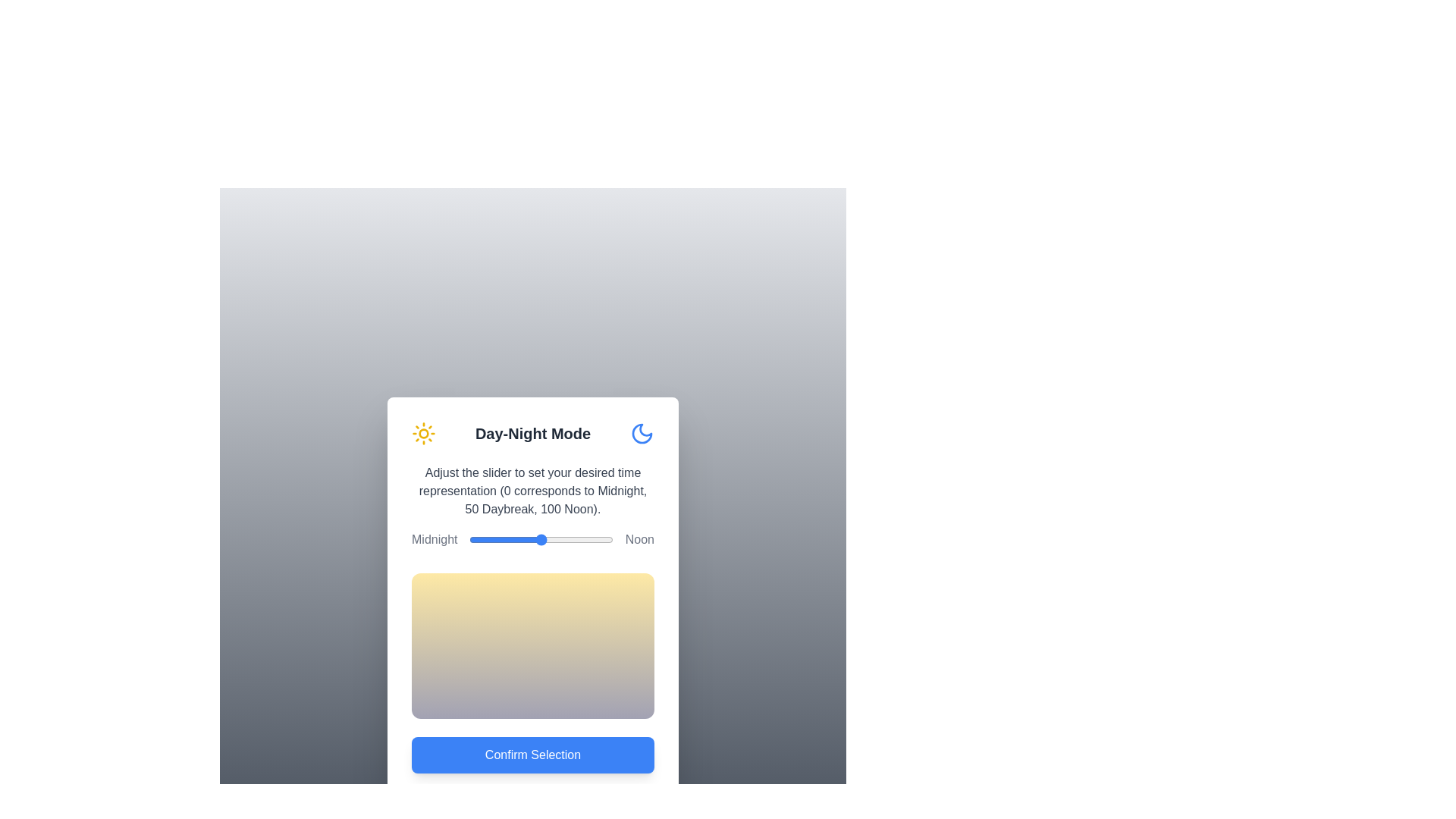  What do you see at coordinates (532, 755) in the screenshot?
I see `the 'Confirm Selection' button to confirm the chosen time` at bounding box center [532, 755].